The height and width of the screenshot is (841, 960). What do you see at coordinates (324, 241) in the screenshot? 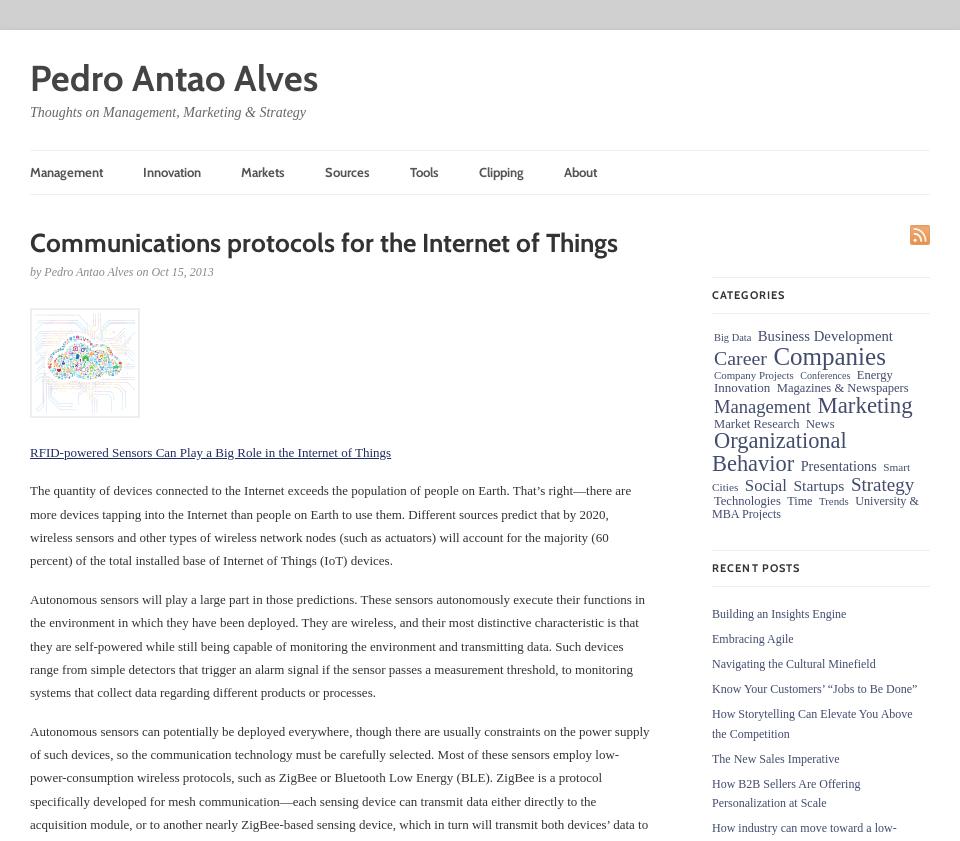
I see `'Communications protocols for the Internet of Things'` at bounding box center [324, 241].